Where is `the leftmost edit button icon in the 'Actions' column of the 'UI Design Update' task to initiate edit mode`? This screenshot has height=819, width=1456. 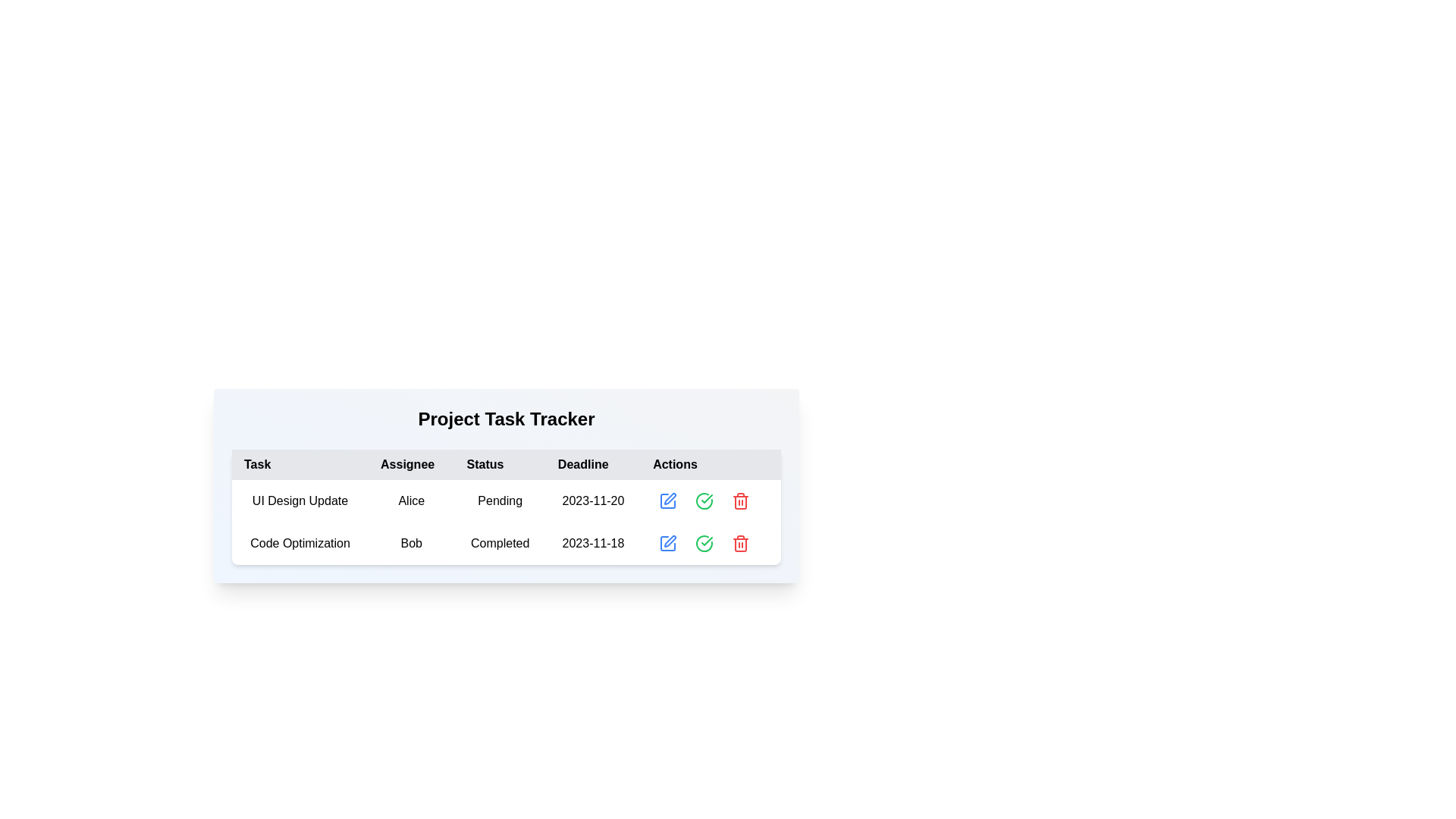
the leftmost edit button icon in the 'Actions' column of the 'UI Design Update' task to initiate edit mode is located at coordinates (669, 499).